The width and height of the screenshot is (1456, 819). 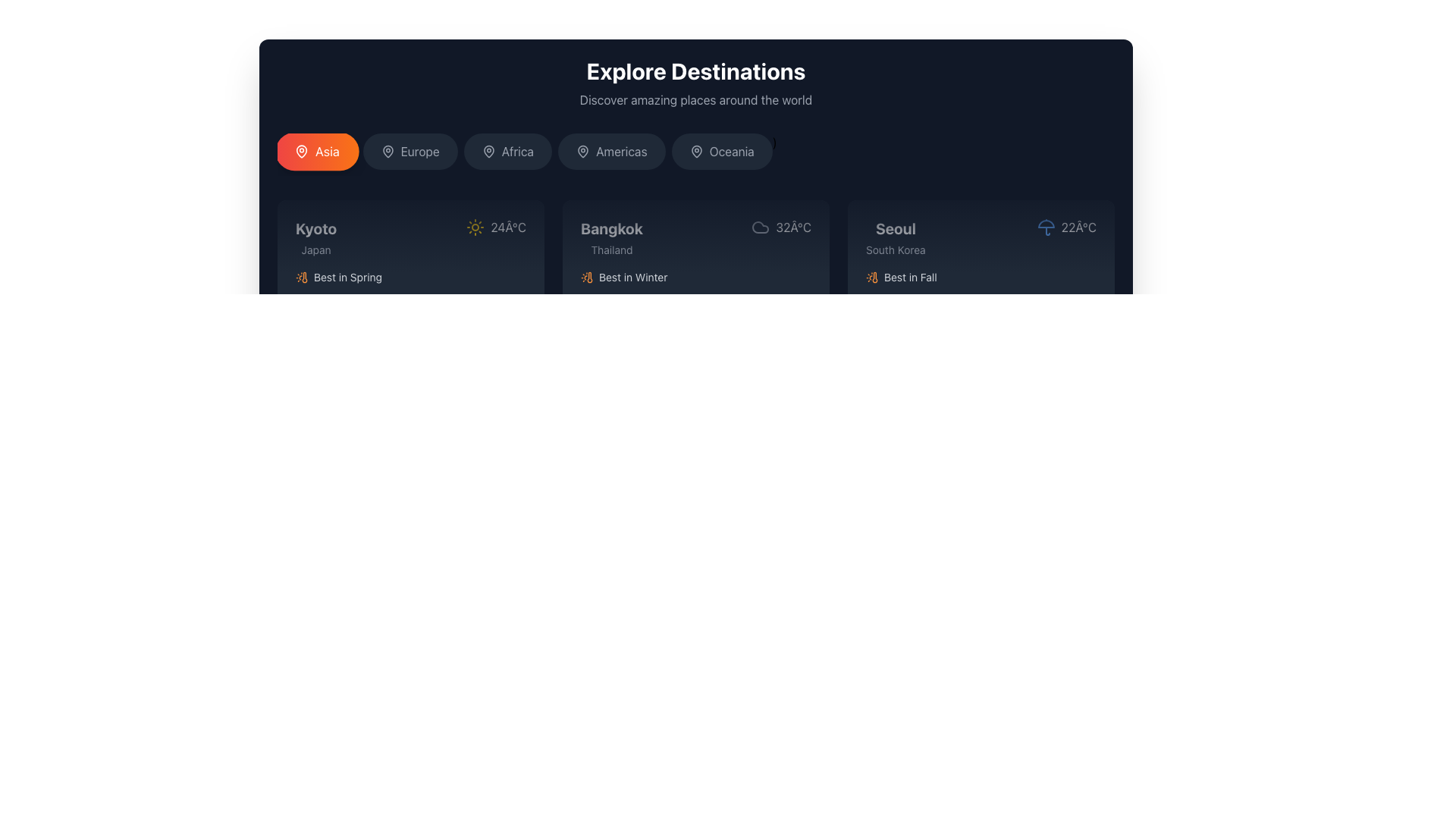 What do you see at coordinates (302, 278) in the screenshot?
I see `the orange-colored thermometer icon with a sun depiction located under the 'Kyoto, Japan' card in the 'Best in Spring' section of the 'Explore Destinations' interface` at bounding box center [302, 278].